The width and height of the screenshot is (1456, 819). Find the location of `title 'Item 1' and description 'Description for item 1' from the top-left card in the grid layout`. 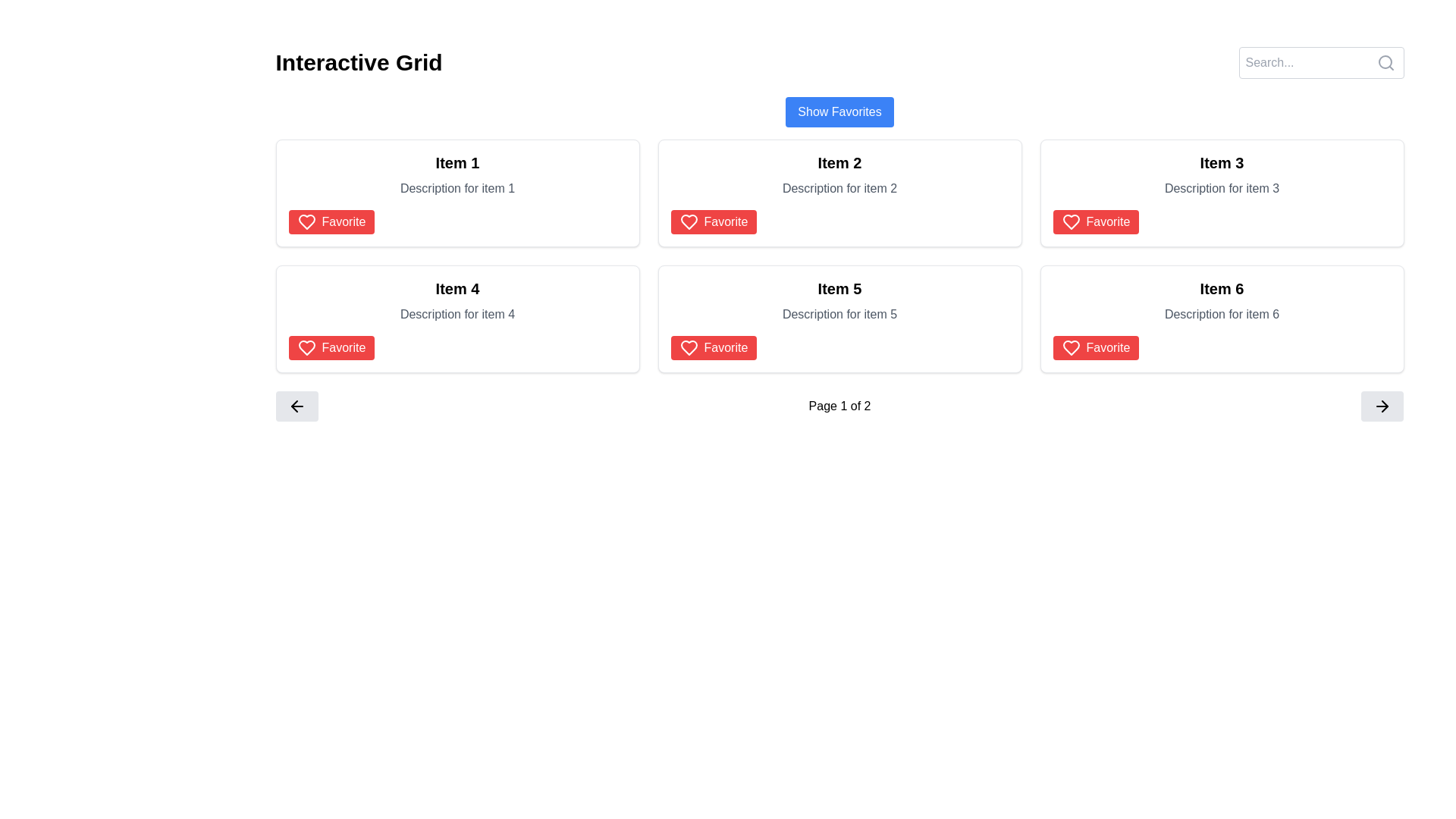

title 'Item 1' and description 'Description for item 1' from the top-left card in the grid layout is located at coordinates (457, 192).